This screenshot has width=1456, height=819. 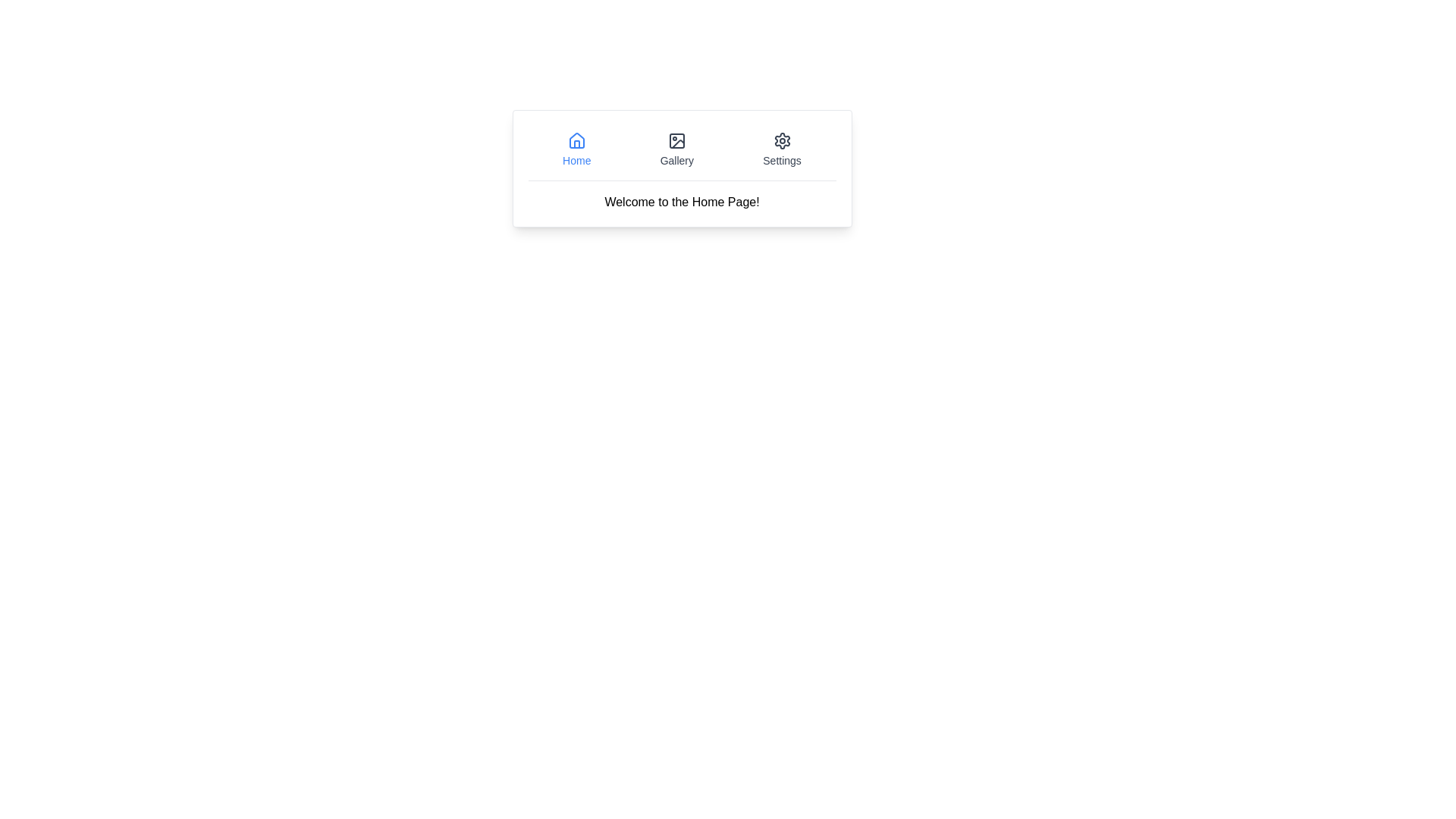 I want to click on the settings icon, which is a gear-like shape located in the top-right section of the navigation bar, so click(x=782, y=140).